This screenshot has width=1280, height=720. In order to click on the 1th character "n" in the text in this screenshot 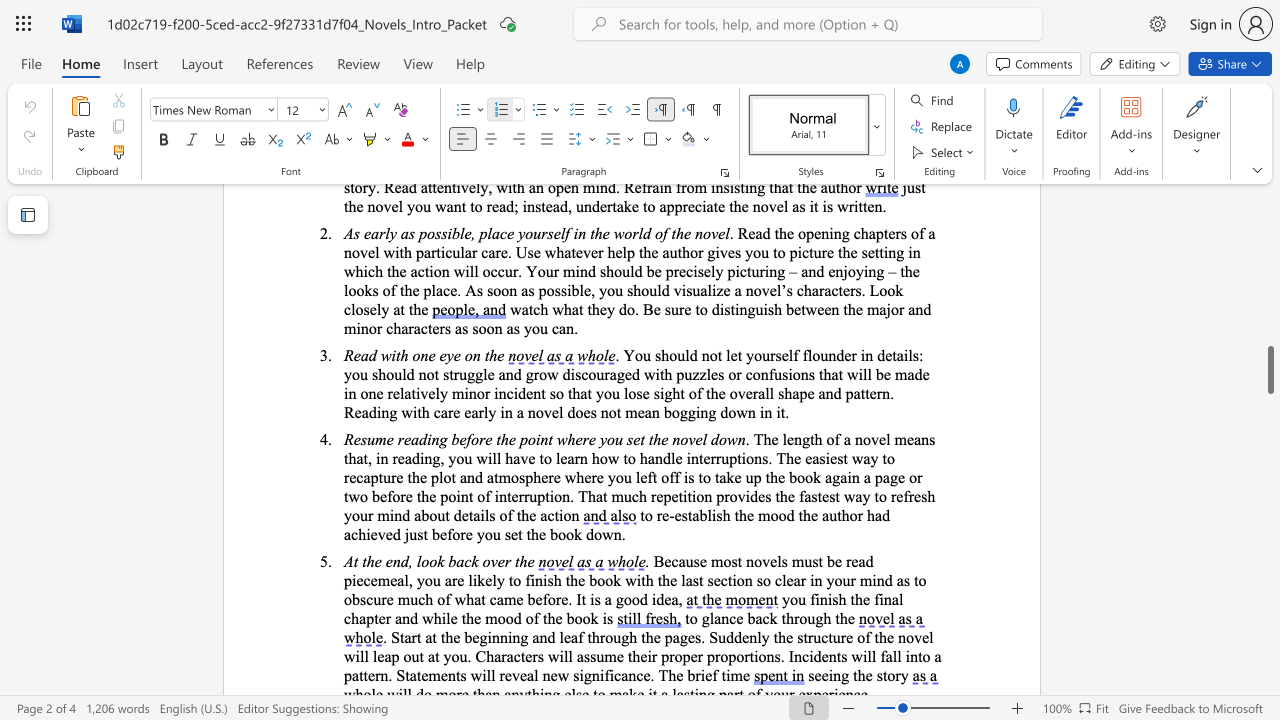, I will do `click(398, 514)`.